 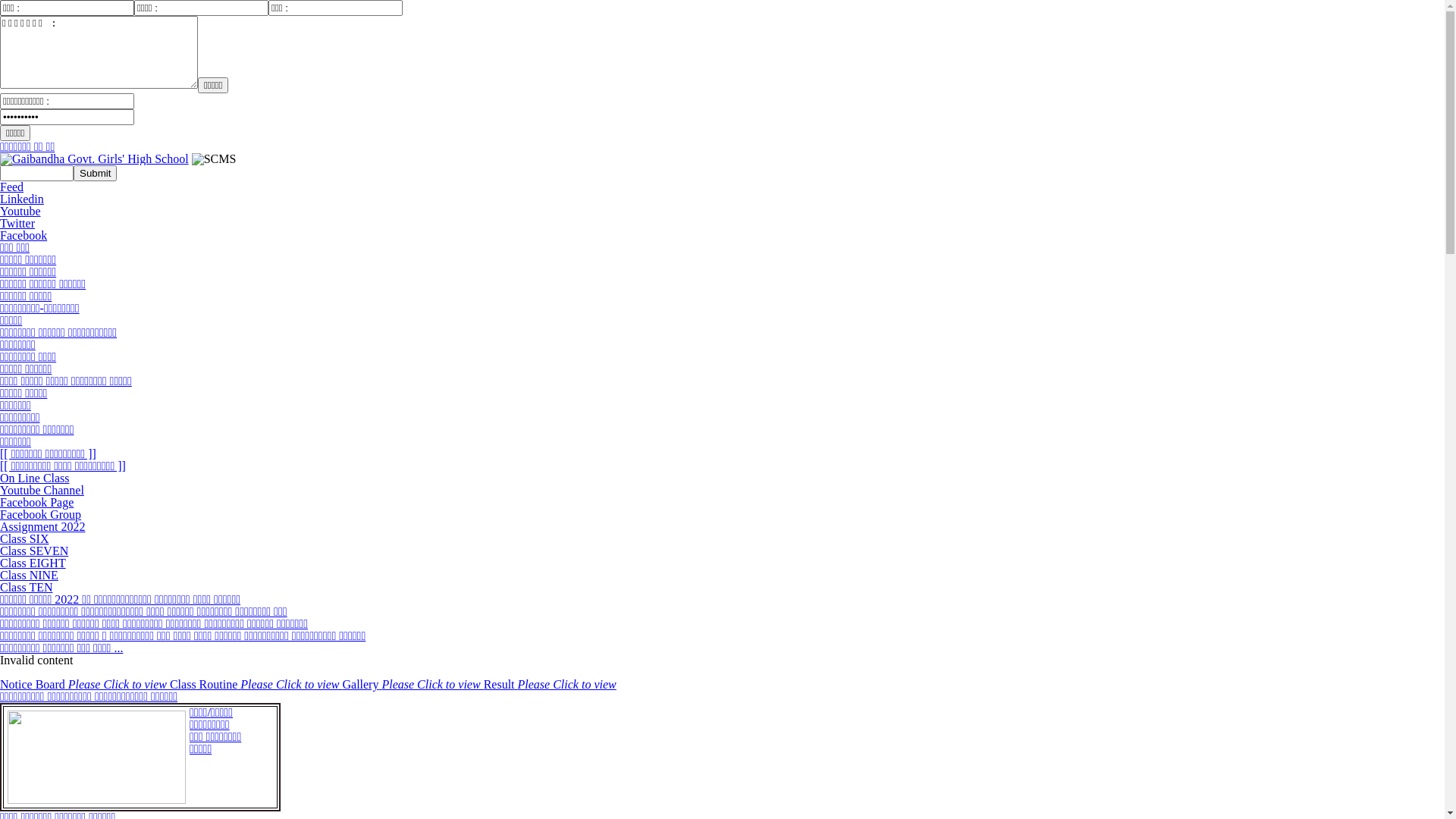 What do you see at coordinates (42, 490) in the screenshot?
I see `'Youtube Channel'` at bounding box center [42, 490].